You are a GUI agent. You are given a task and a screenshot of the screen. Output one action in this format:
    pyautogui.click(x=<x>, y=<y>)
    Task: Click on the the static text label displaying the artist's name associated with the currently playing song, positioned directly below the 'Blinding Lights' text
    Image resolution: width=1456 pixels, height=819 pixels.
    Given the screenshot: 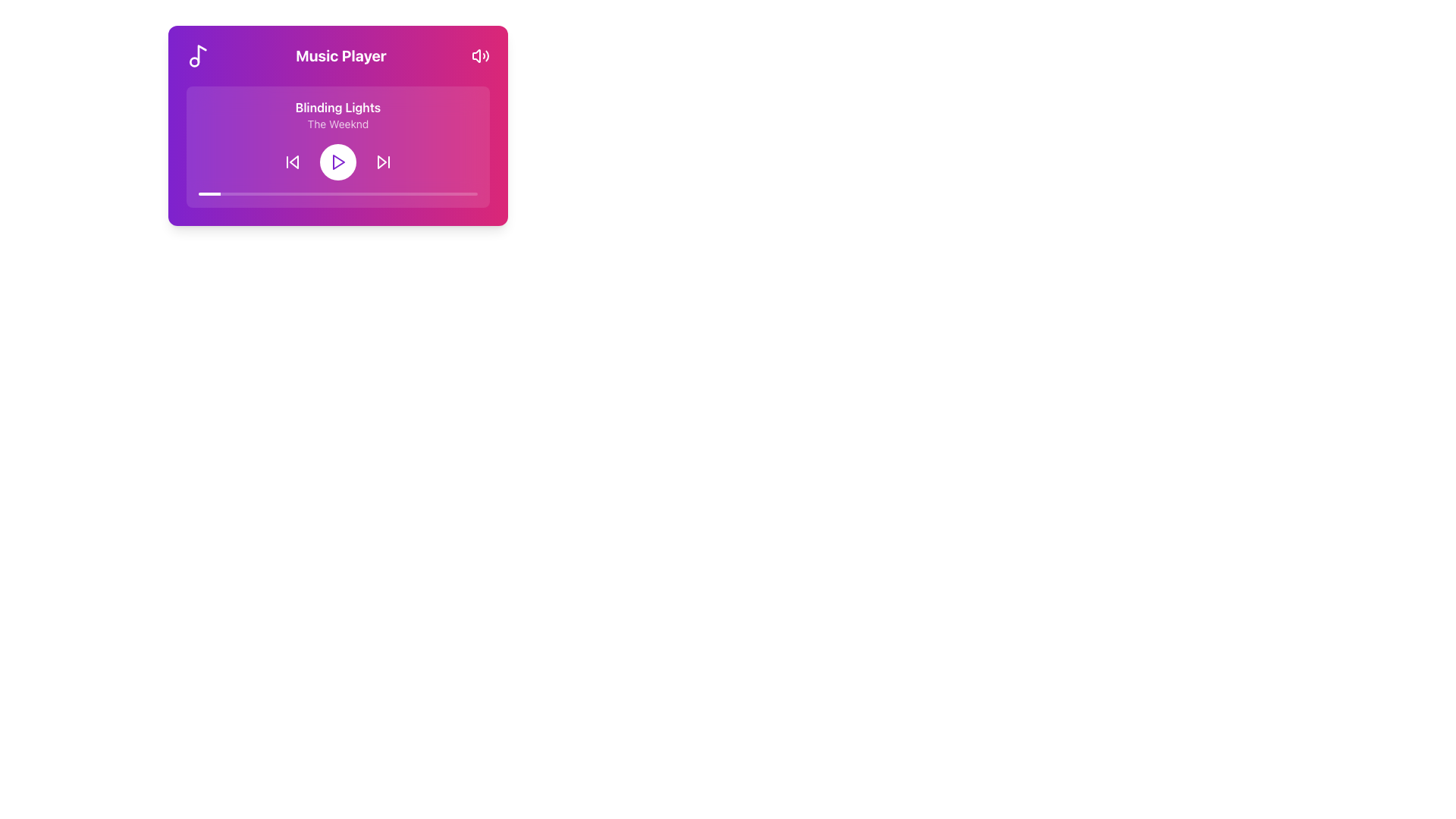 What is the action you would take?
    pyautogui.click(x=337, y=124)
    